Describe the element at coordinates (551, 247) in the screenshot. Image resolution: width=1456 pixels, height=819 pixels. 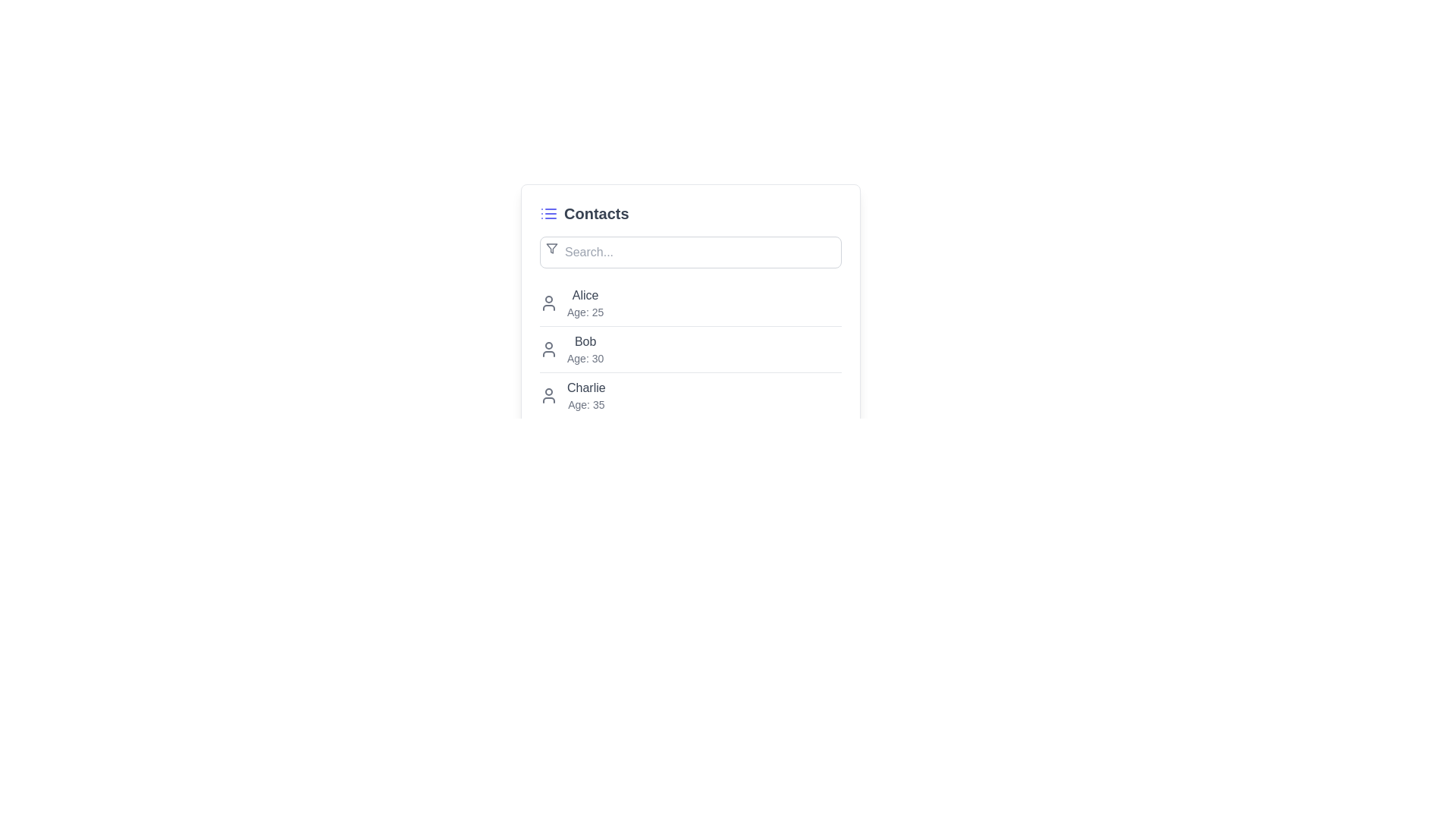
I see `the filter icon located in the top-left corner above the search bar in the contacts interface` at that location.